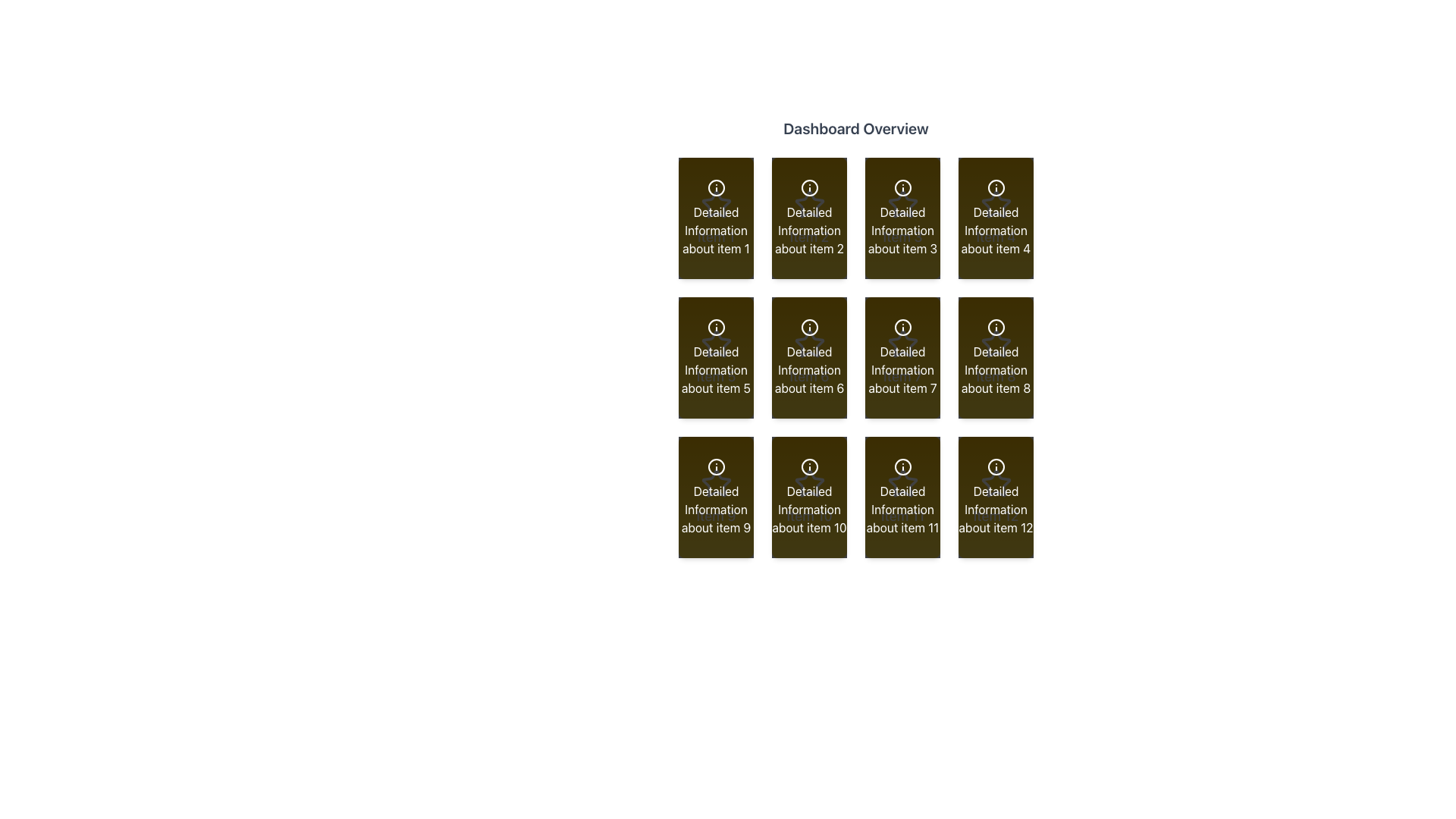 The image size is (1456, 819). I want to click on the SVG Circle Element, which symbolizes information, located in the center of the icon on the second card in the first row of a 4x3 grid, so click(808, 187).